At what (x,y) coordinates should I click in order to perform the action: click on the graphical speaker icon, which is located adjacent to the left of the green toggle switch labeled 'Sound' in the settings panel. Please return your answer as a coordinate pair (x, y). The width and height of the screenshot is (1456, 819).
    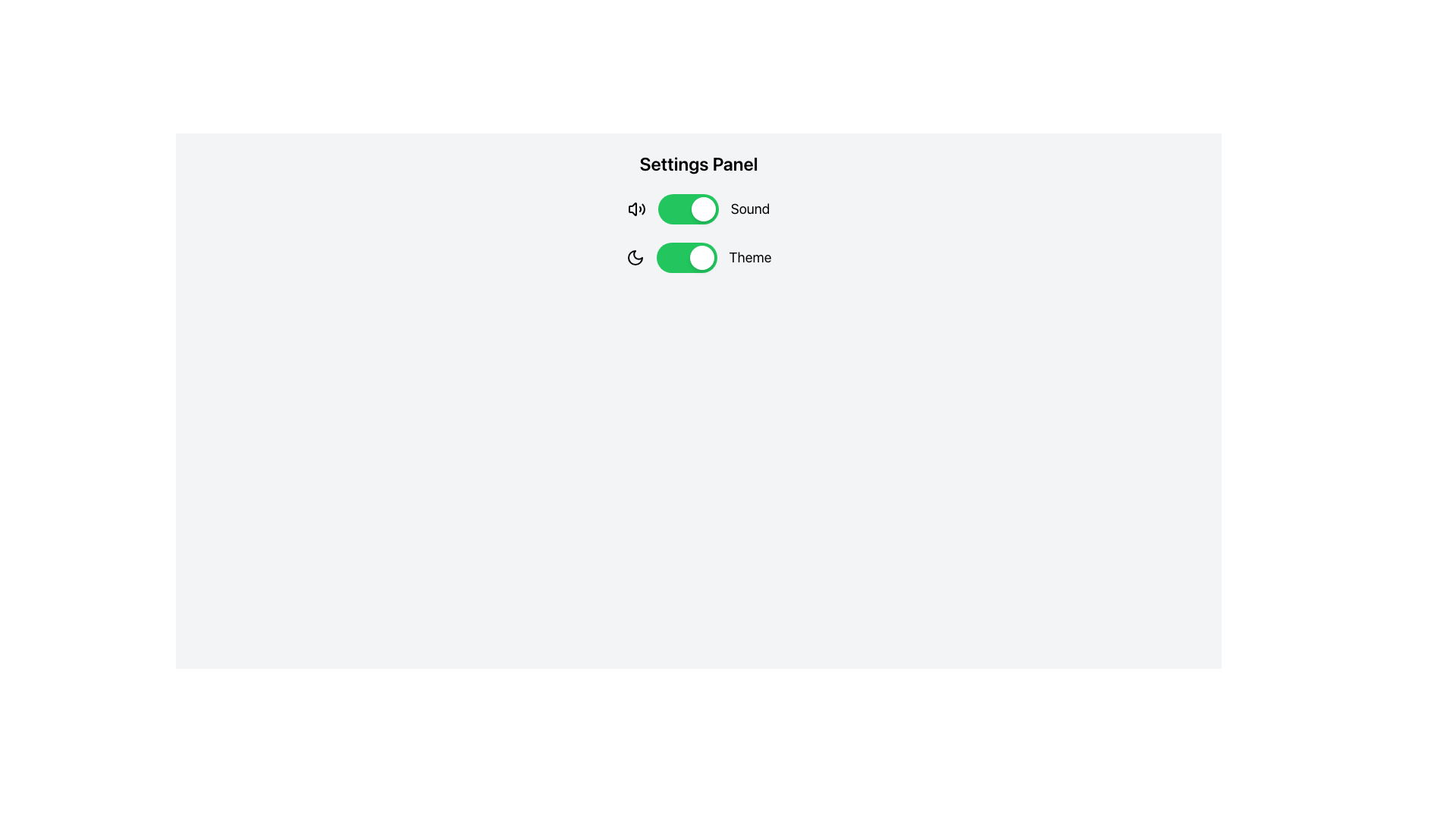
    Looking at the image, I should click on (636, 209).